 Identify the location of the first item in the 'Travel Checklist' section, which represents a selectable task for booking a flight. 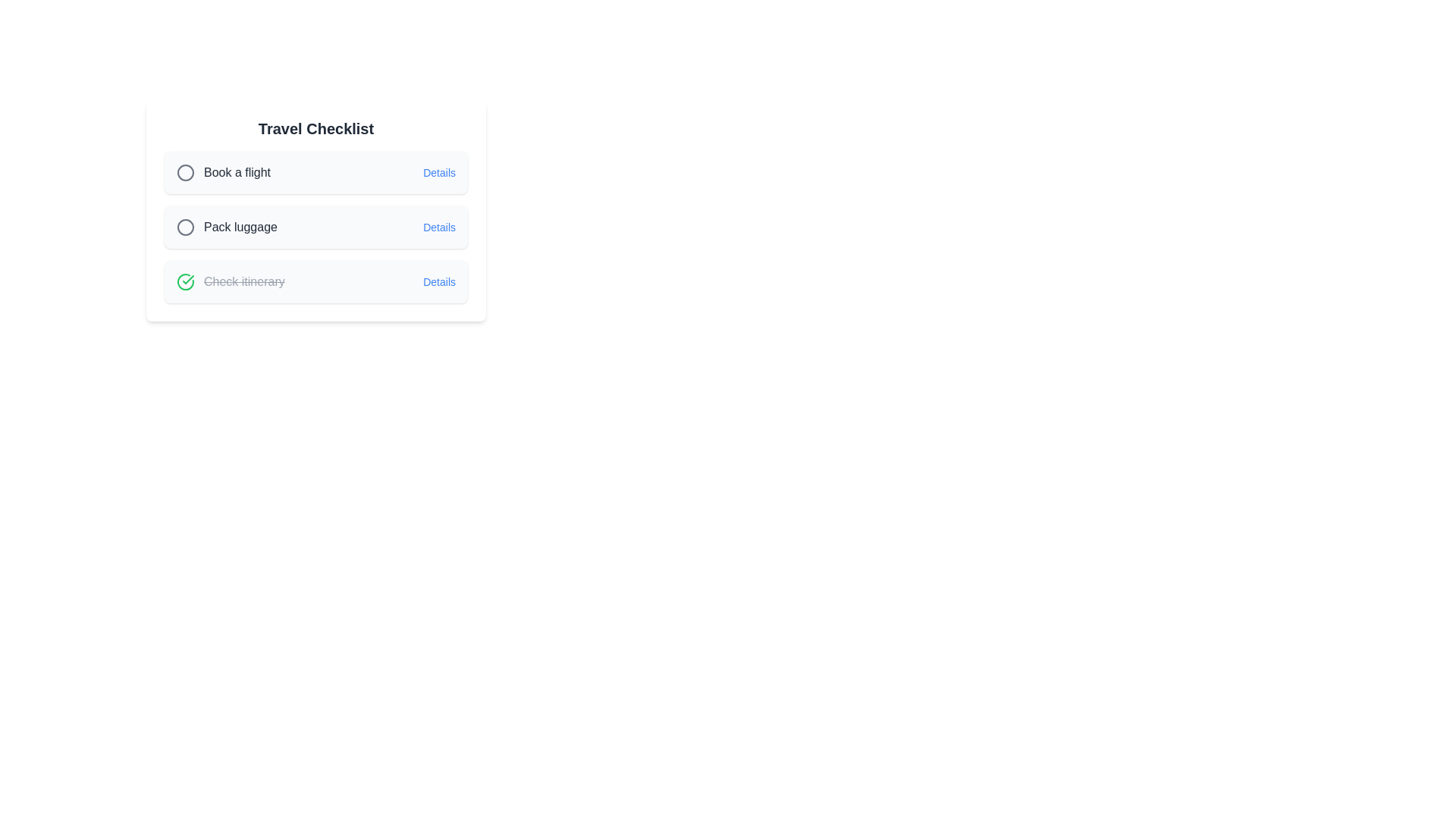
(315, 171).